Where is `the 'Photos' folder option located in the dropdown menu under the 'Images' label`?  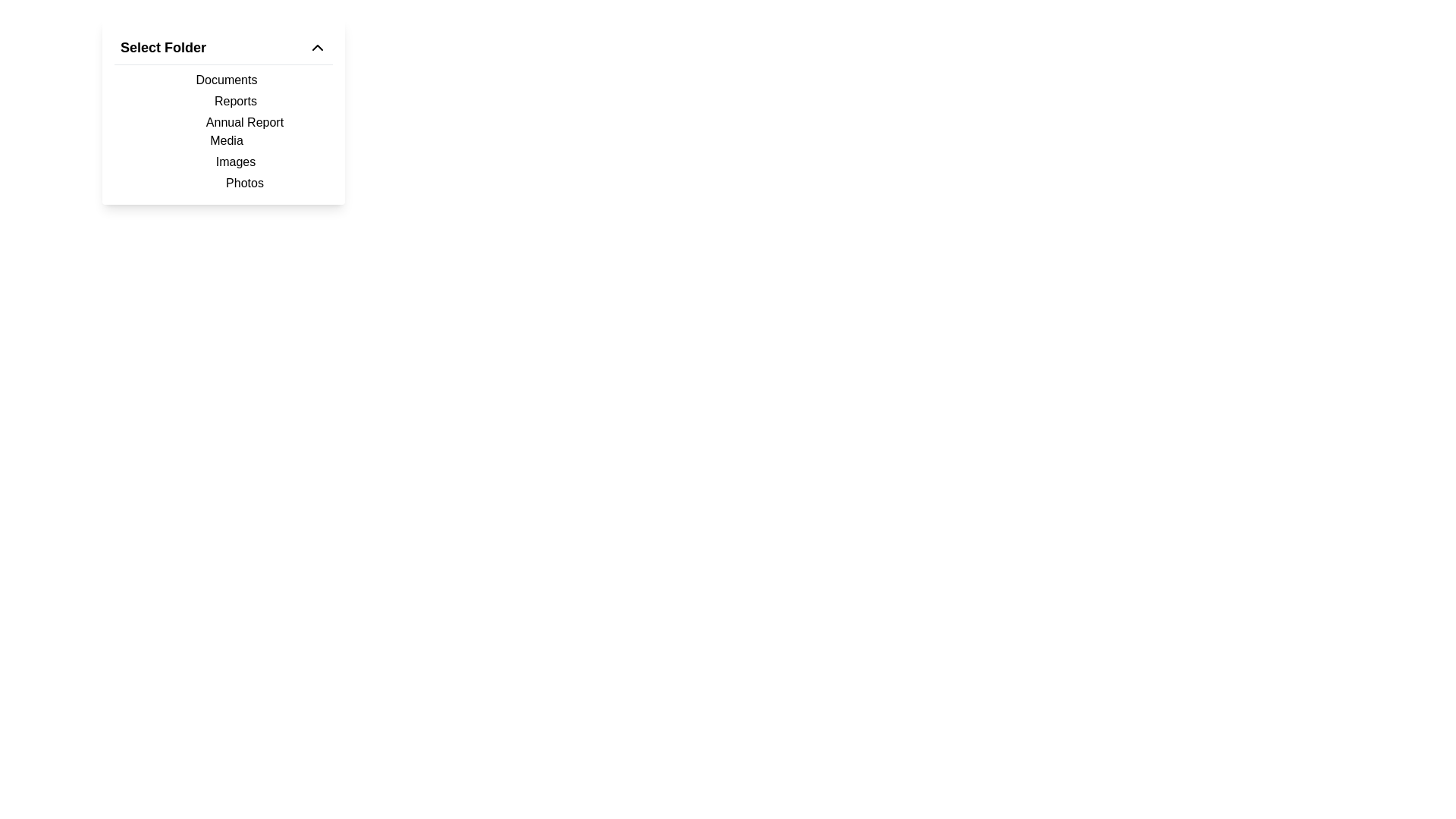 the 'Photos' folder option located in the dropdown menu under the 'Images' label is located at coordinates (244, 183).